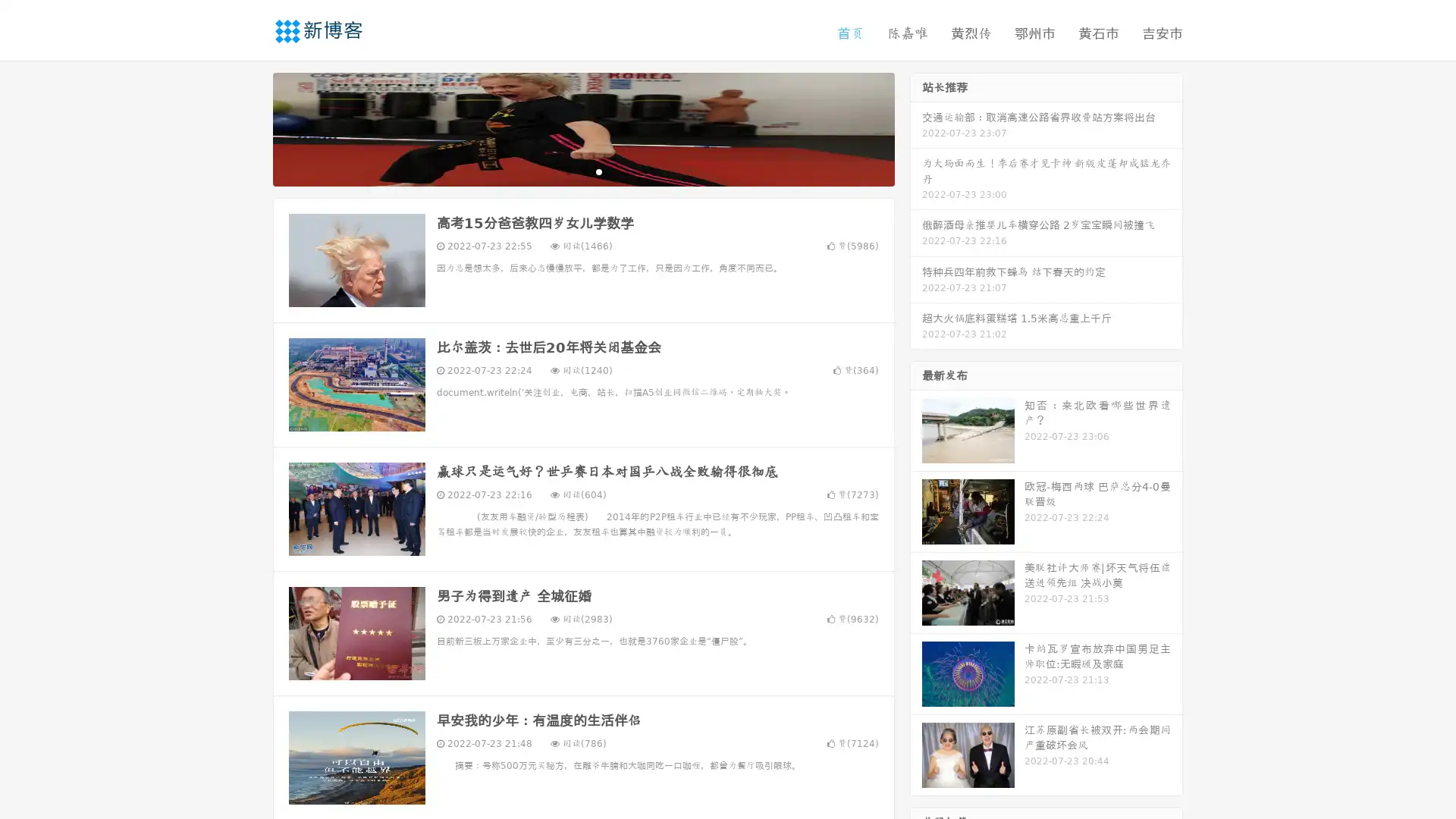 This screenshot has height=819, width=1456. Describe the element at coordinates (582, 171) in the screenshot. I see `Go to slide 2` at that location.